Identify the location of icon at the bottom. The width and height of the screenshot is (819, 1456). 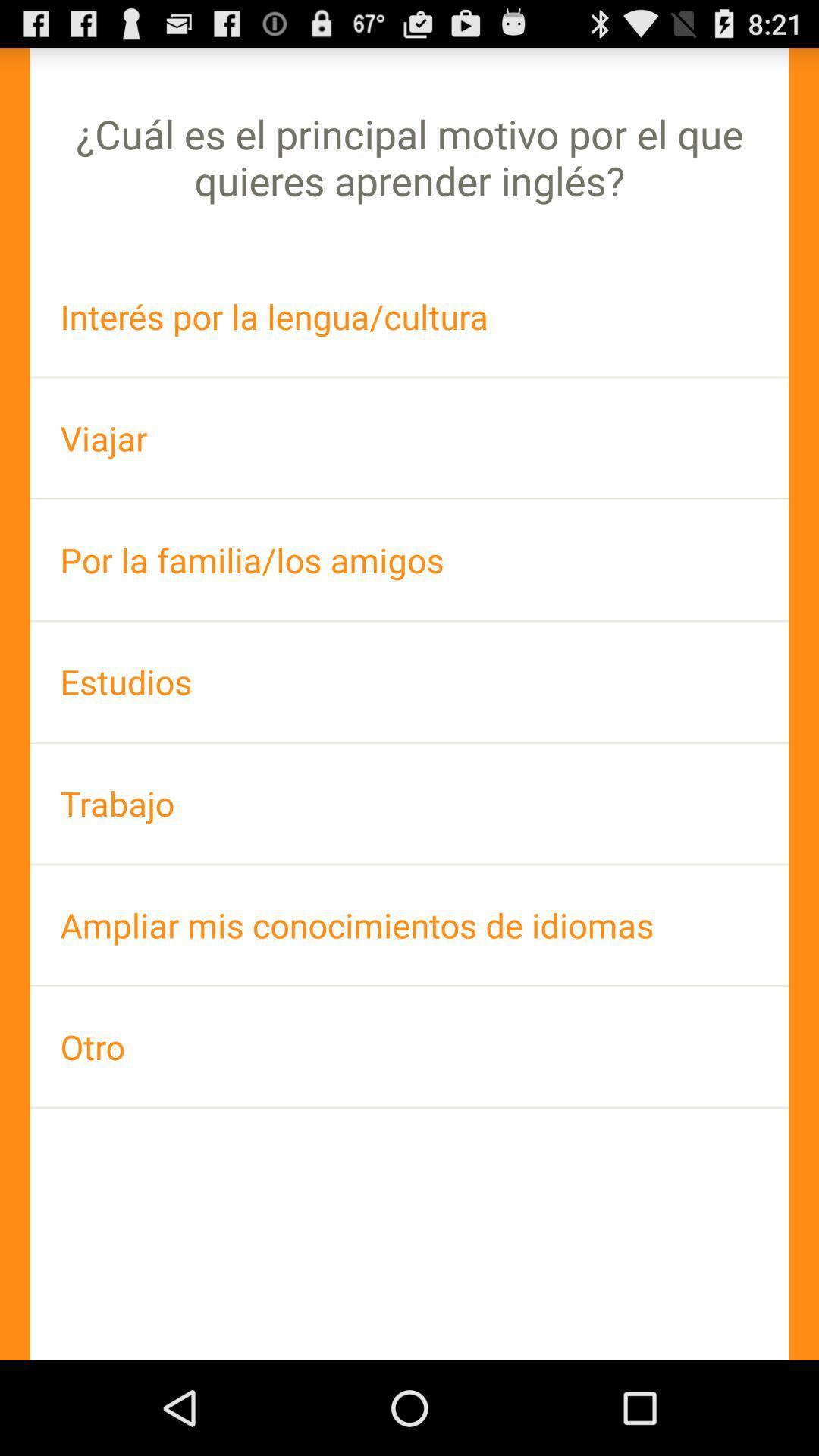
(409, 1046).